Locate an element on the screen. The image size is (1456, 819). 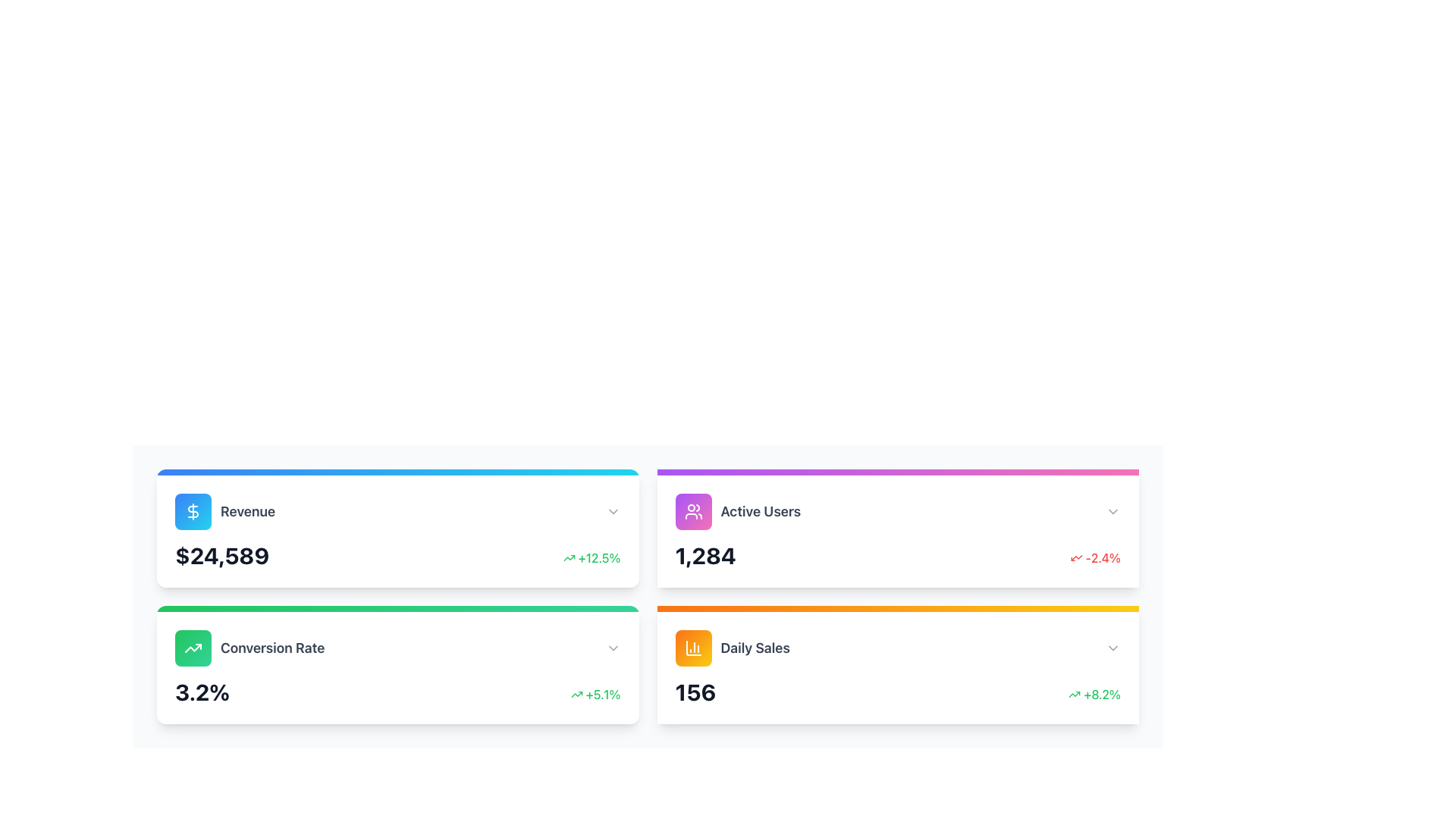
the 'Daily Sales' label located in the bottom-right corner of the dashboard interface, which is below the 'Active Users' section and to the right of the 'Conversion Rate' section is located at coordinates (755, 648).